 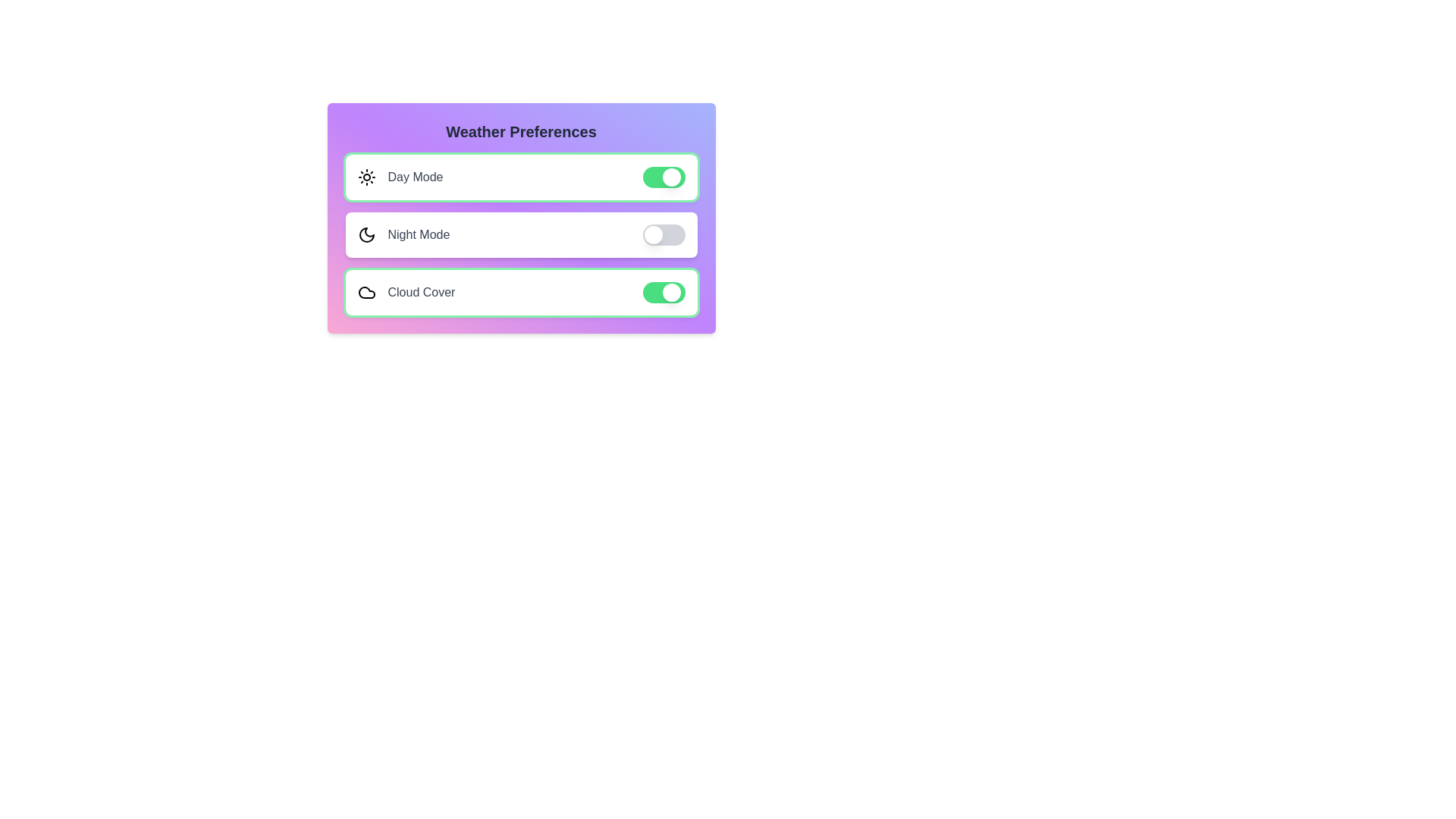 I want to click on the title text 'Weather Preferences' to select it, so click(x=521, y=130).